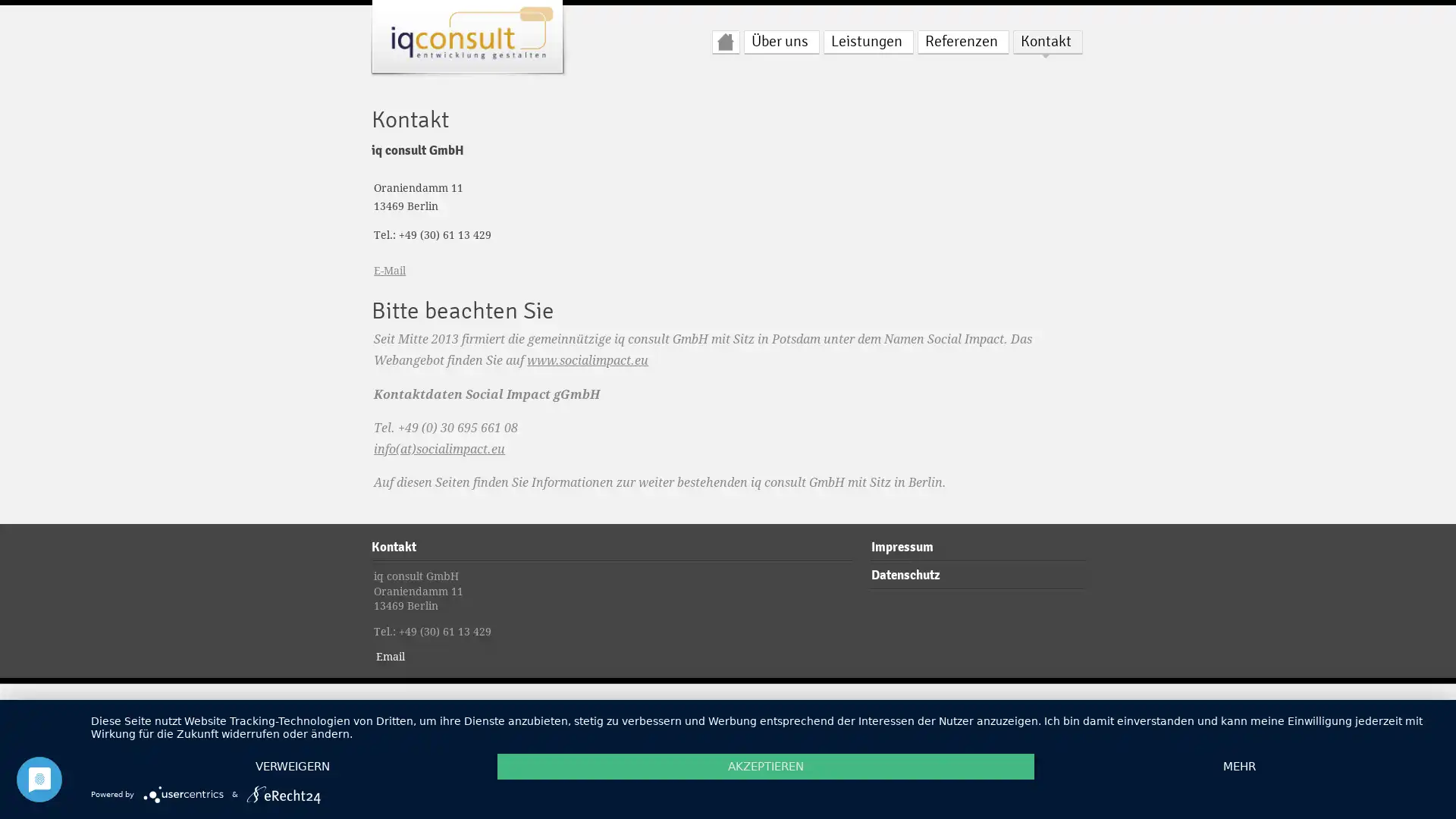  What do you see at coordinates (1238, 766) in the screenshot?
I see `MEHR` at bounding box center [1238, 766].